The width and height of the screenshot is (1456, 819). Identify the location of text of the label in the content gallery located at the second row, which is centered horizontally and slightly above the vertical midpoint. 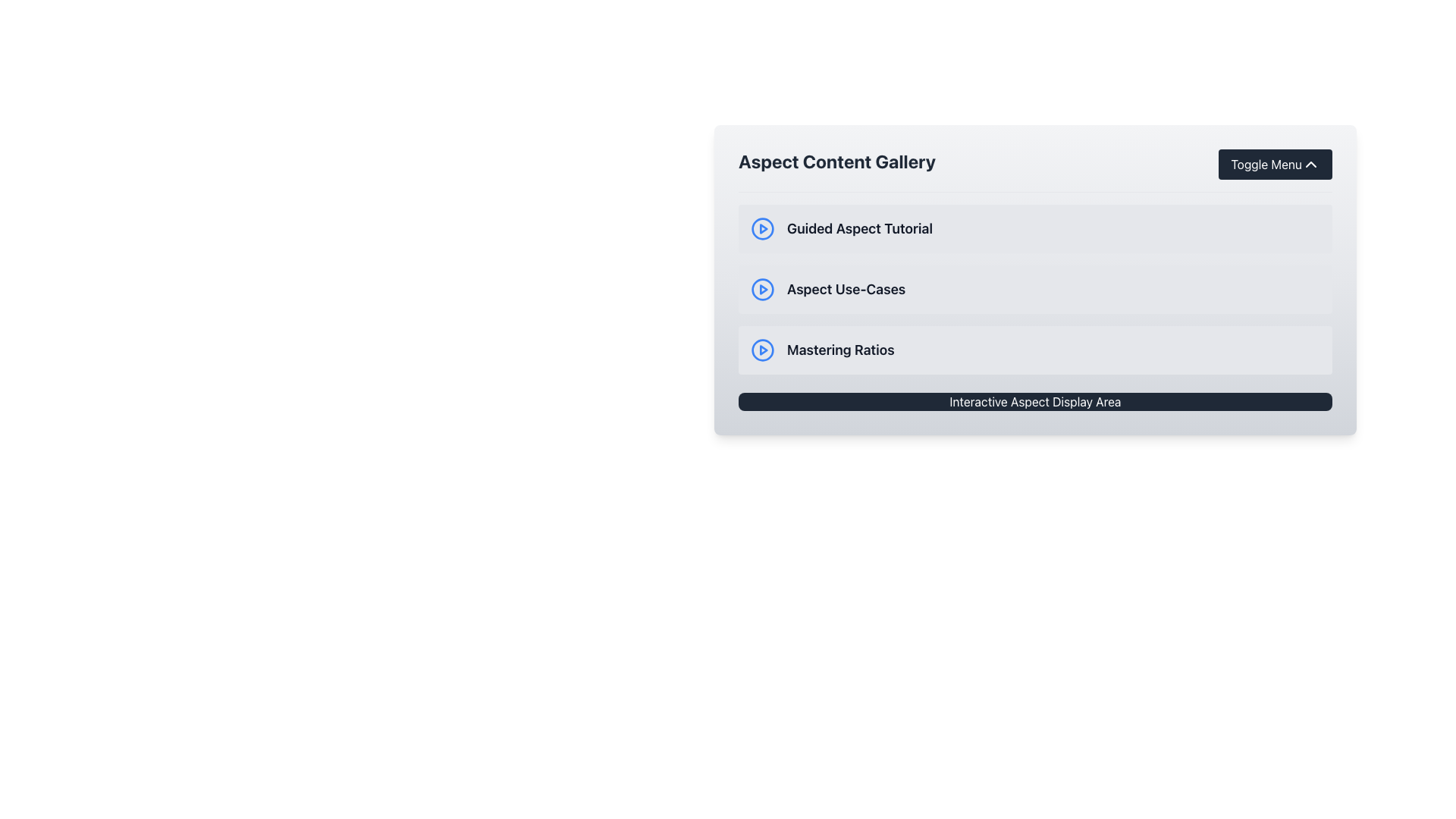
(846, 289).